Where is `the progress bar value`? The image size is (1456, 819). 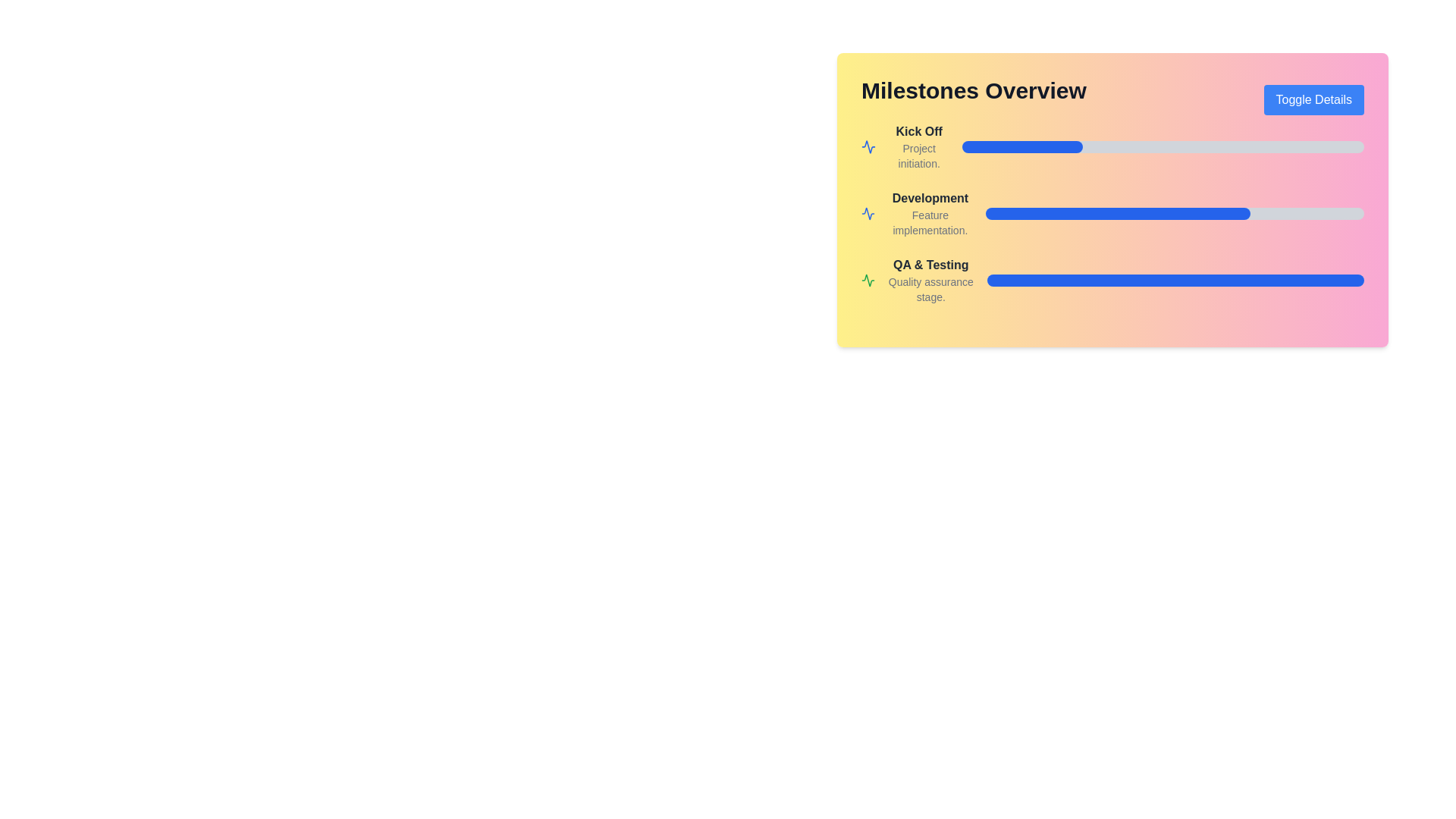
the progress bar value is located at coordinates (1258, 281).